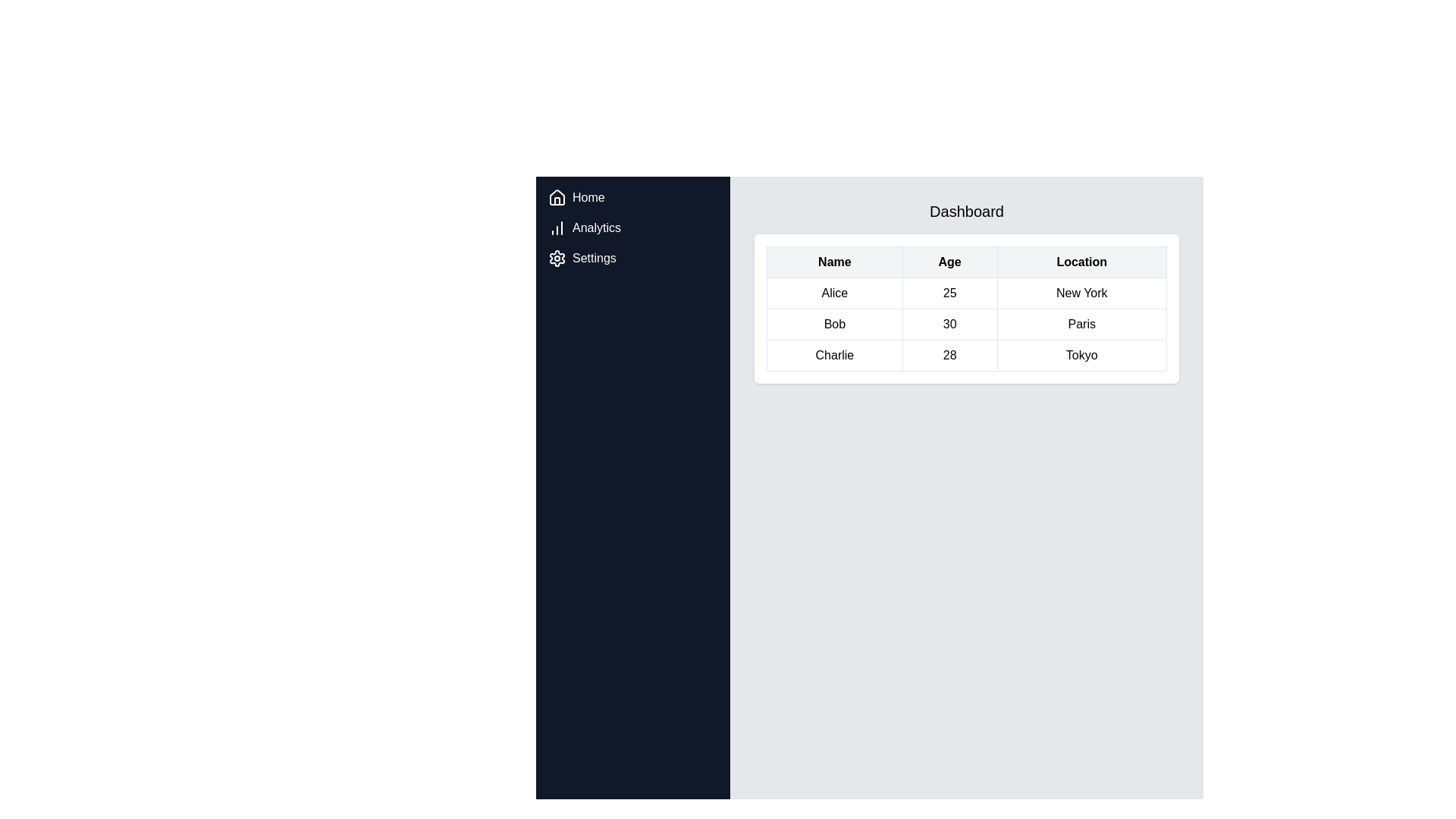  I want to click on the 'Settings' menu item, which is the third entry in a vertical sidebar menu, so click(633, 257).